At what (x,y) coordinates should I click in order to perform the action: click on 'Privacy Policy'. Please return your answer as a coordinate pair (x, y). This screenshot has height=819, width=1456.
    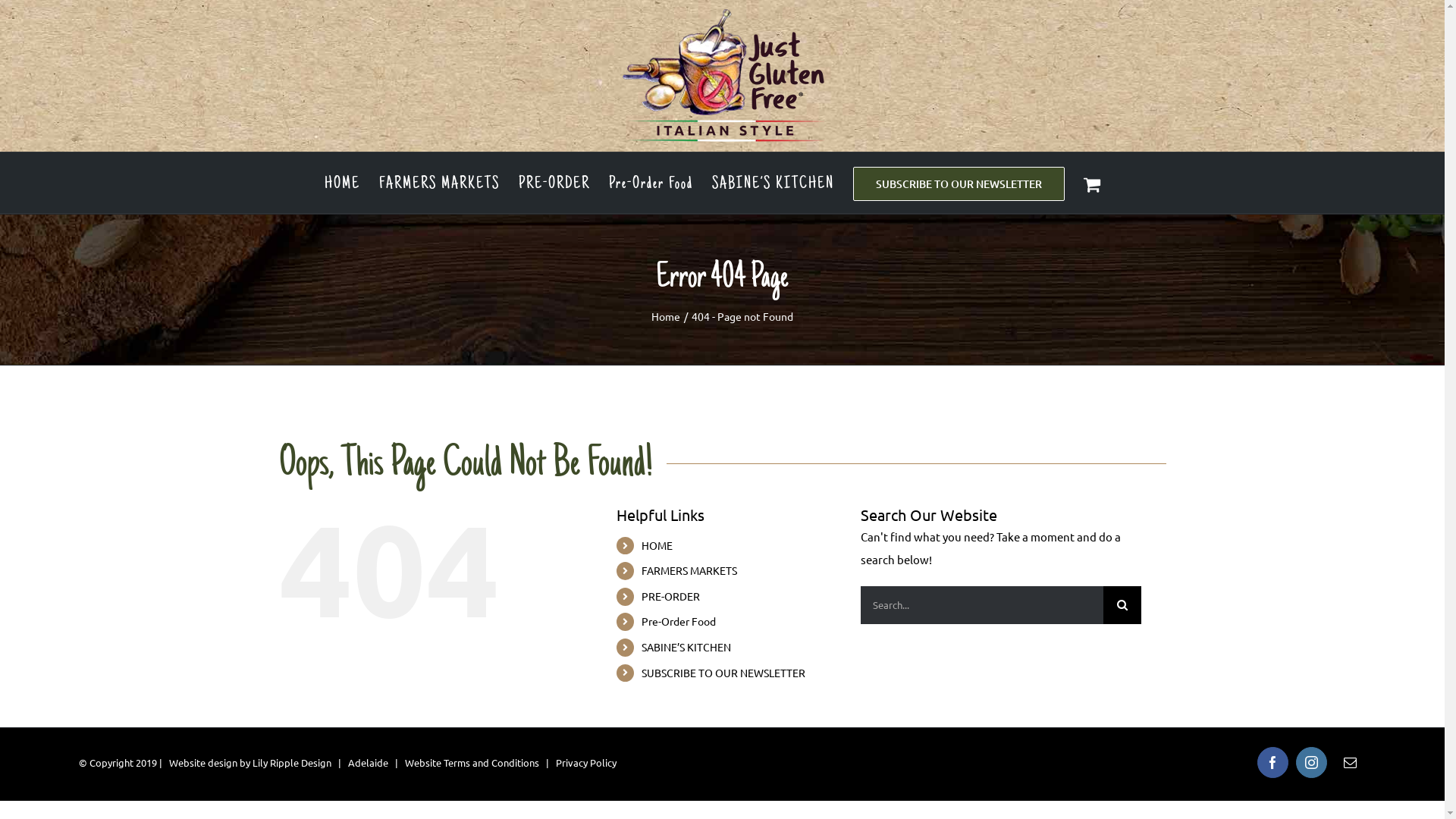
    Looking at the image, I should click on (585, 762).